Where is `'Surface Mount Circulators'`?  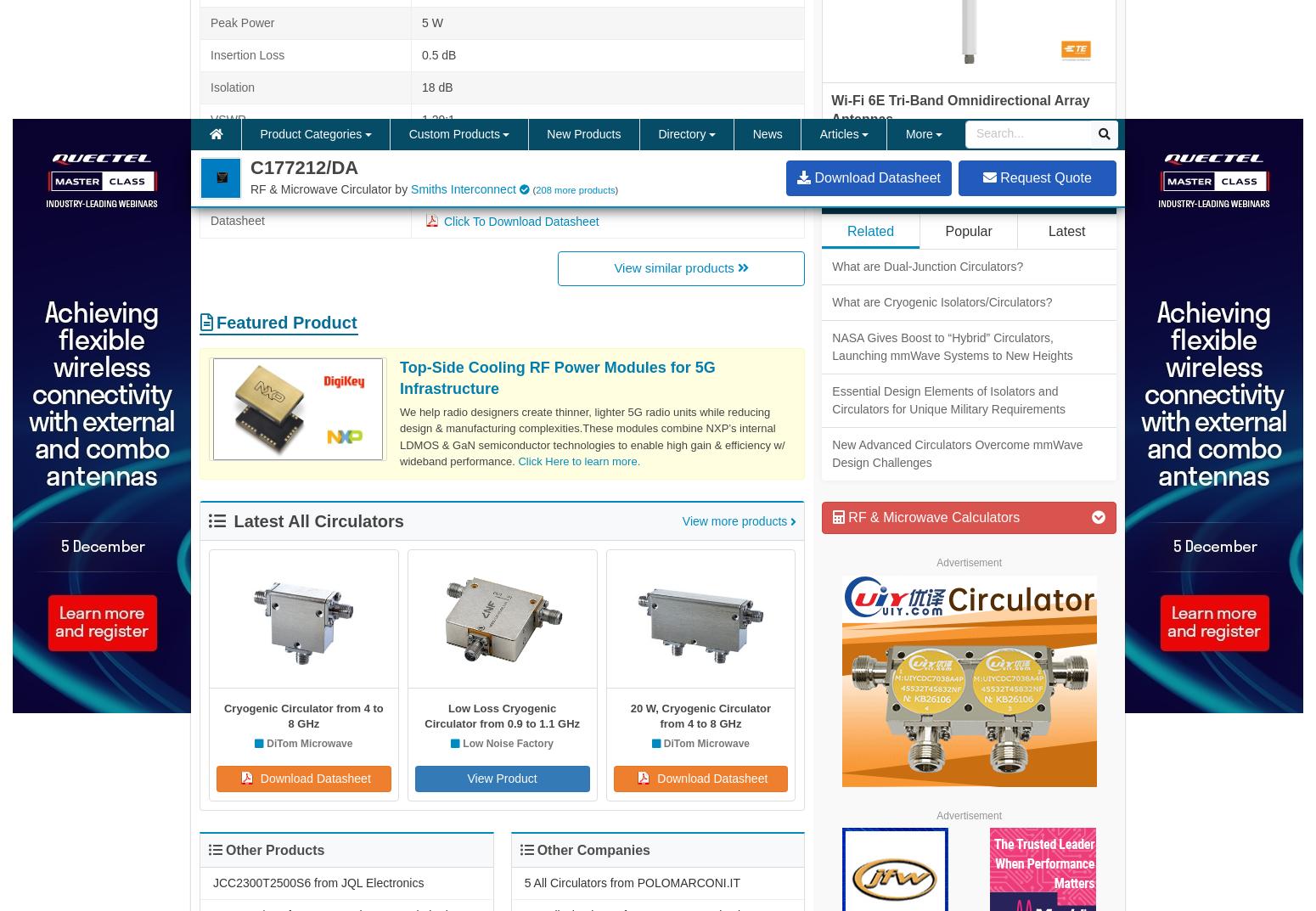 'Surface Mount Circulators' is located at coordinates (290, 191).